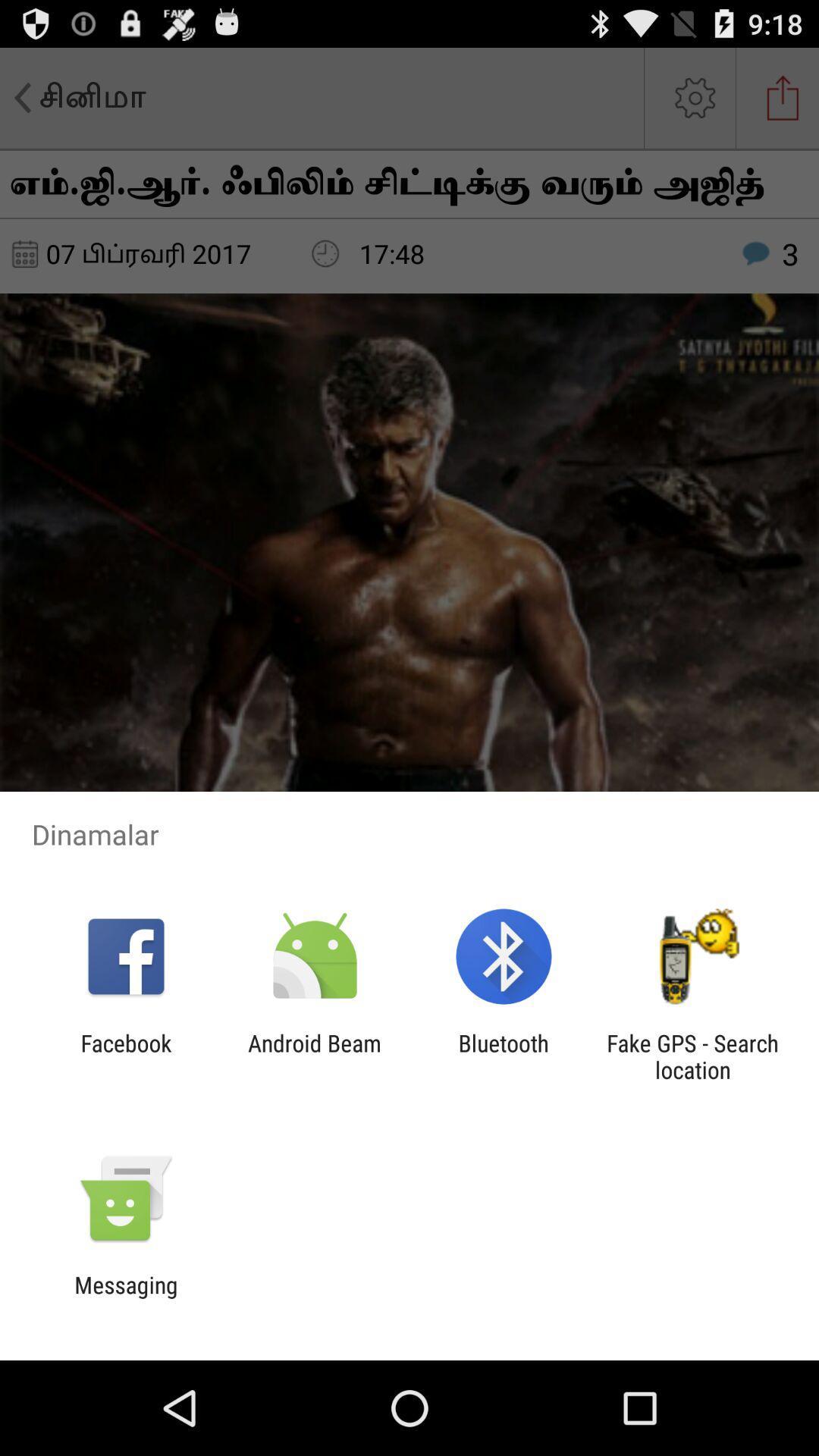 This screenshot has height=1456, width=819. Describe the element at coordinates (692, 1056) in the screenshot. I see `fake gps search item` at that location.